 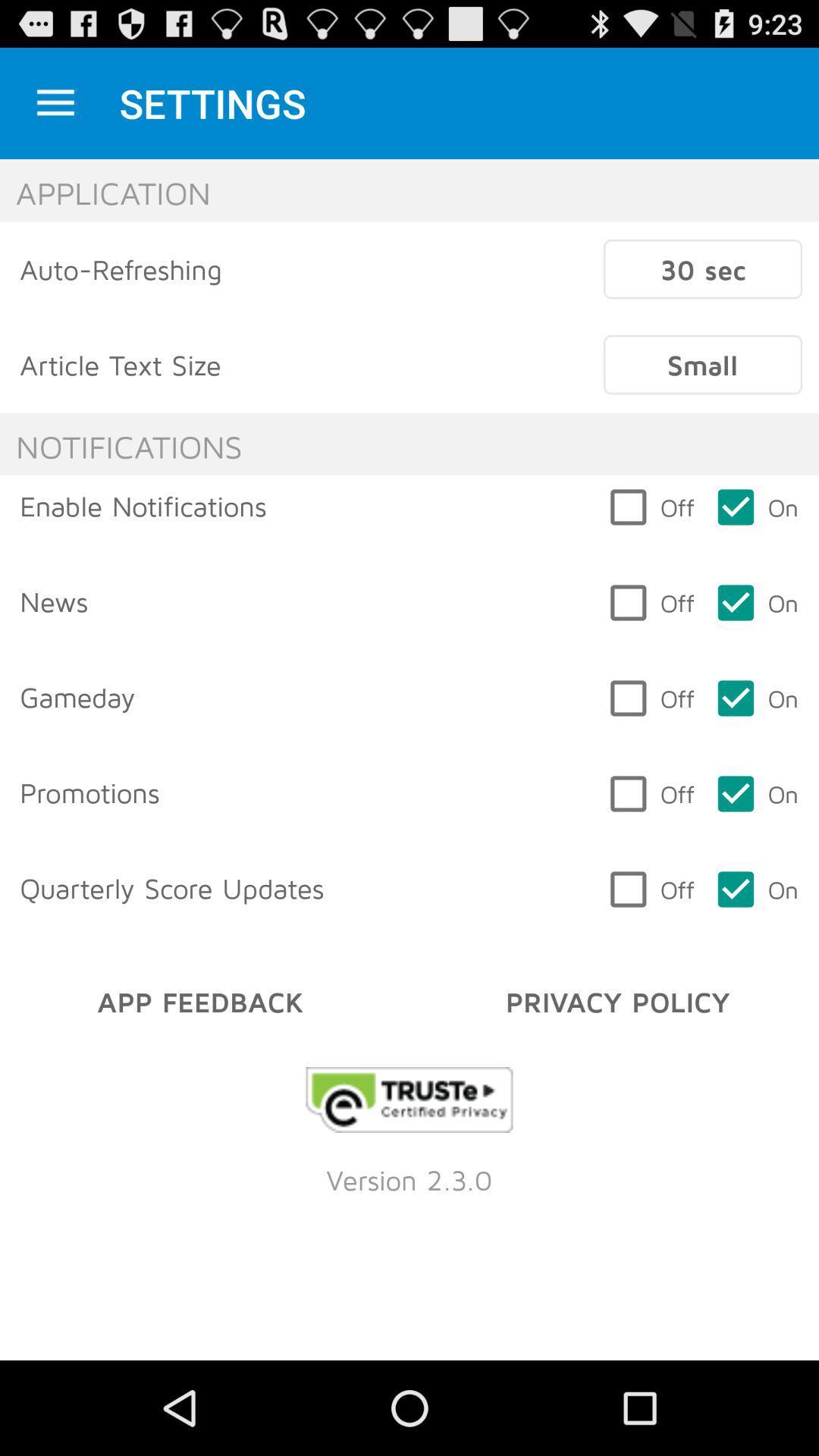 What do you see at coordinates (55, 102) in the screenshot?
I see `item above application` at bounding box center [55, 102].